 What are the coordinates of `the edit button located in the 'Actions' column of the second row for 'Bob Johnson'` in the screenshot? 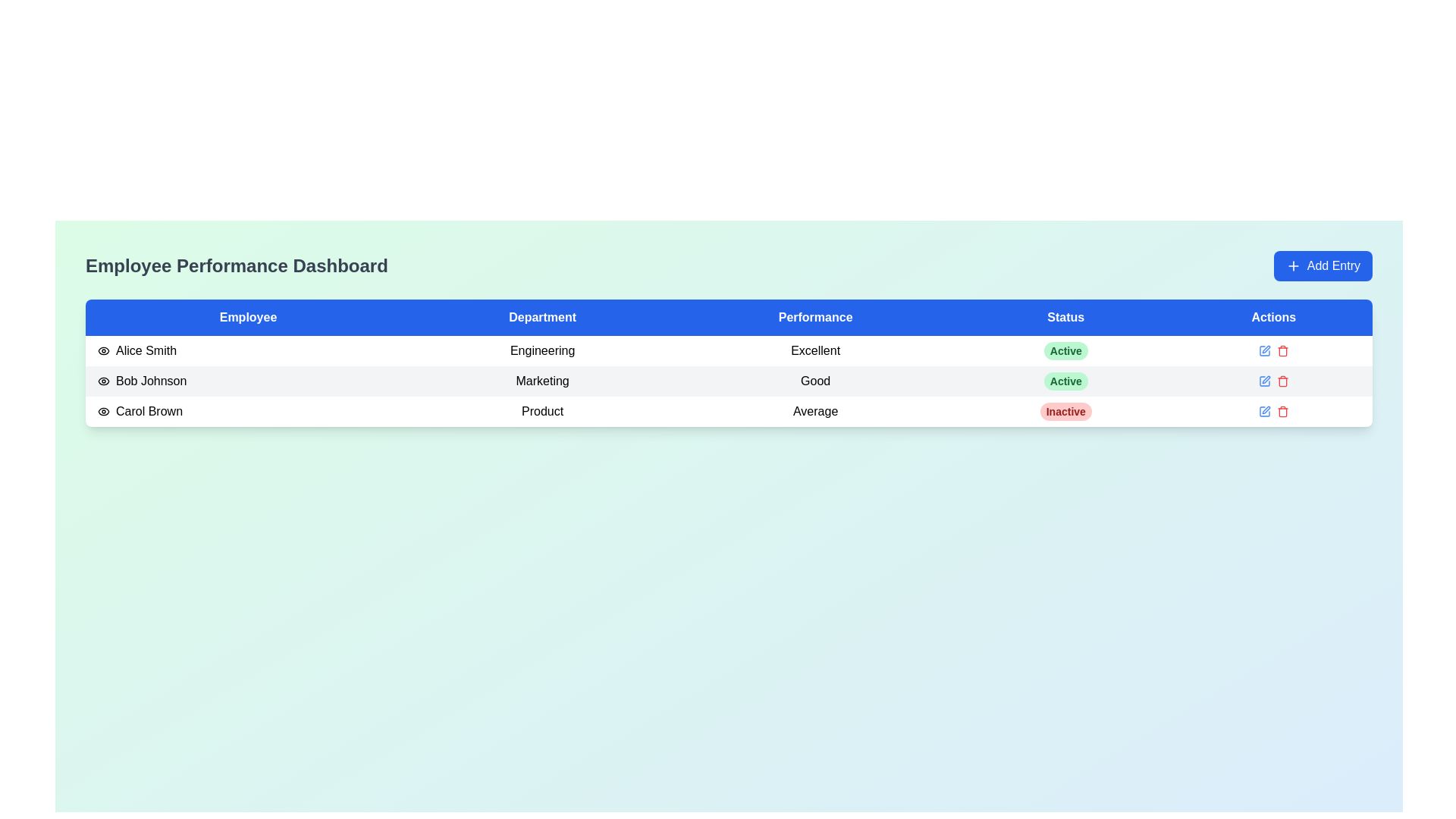 It's located at (1264, 350).